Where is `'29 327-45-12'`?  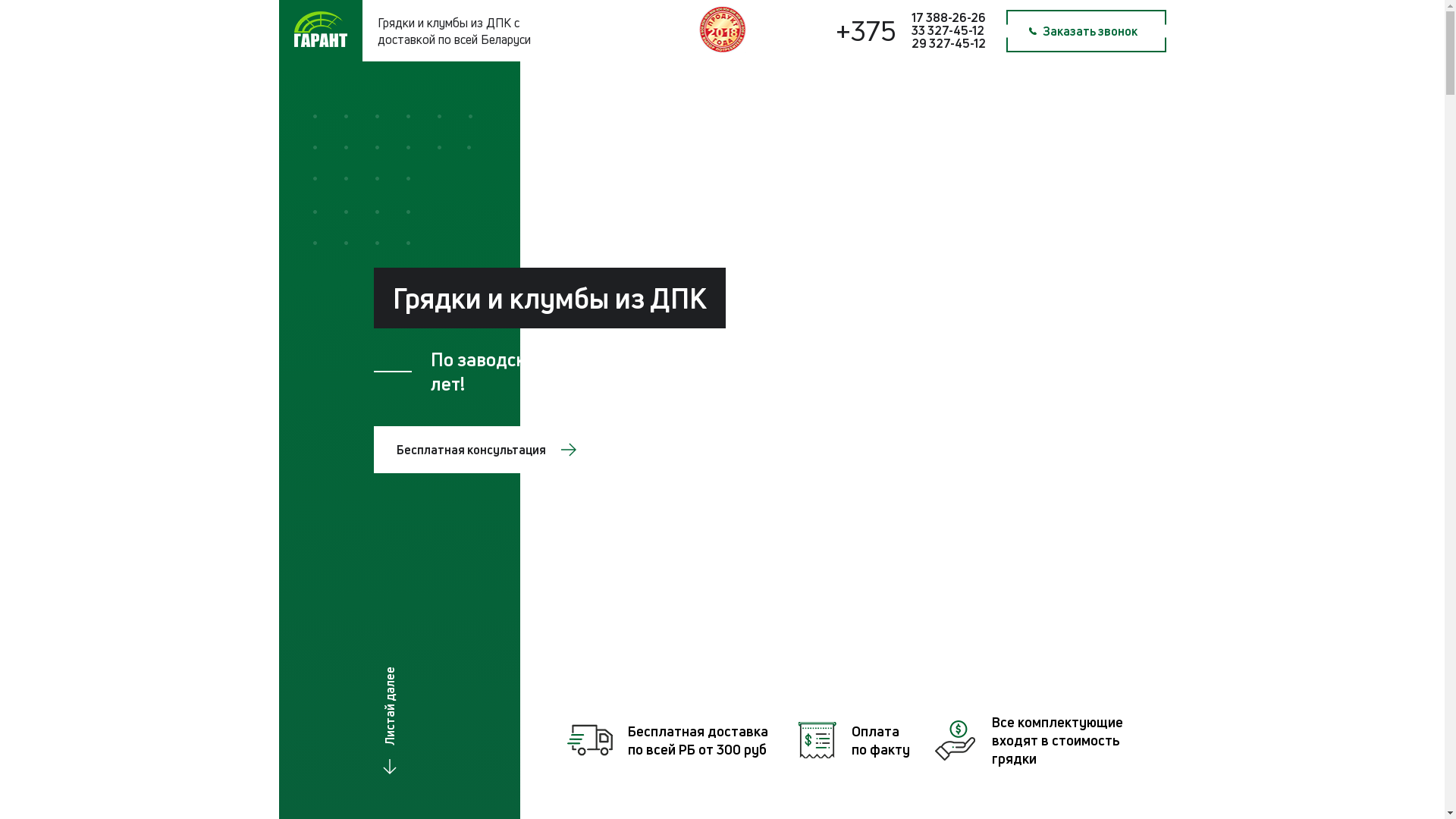
'29 327-45-12' is located at coordinates (910, 42).